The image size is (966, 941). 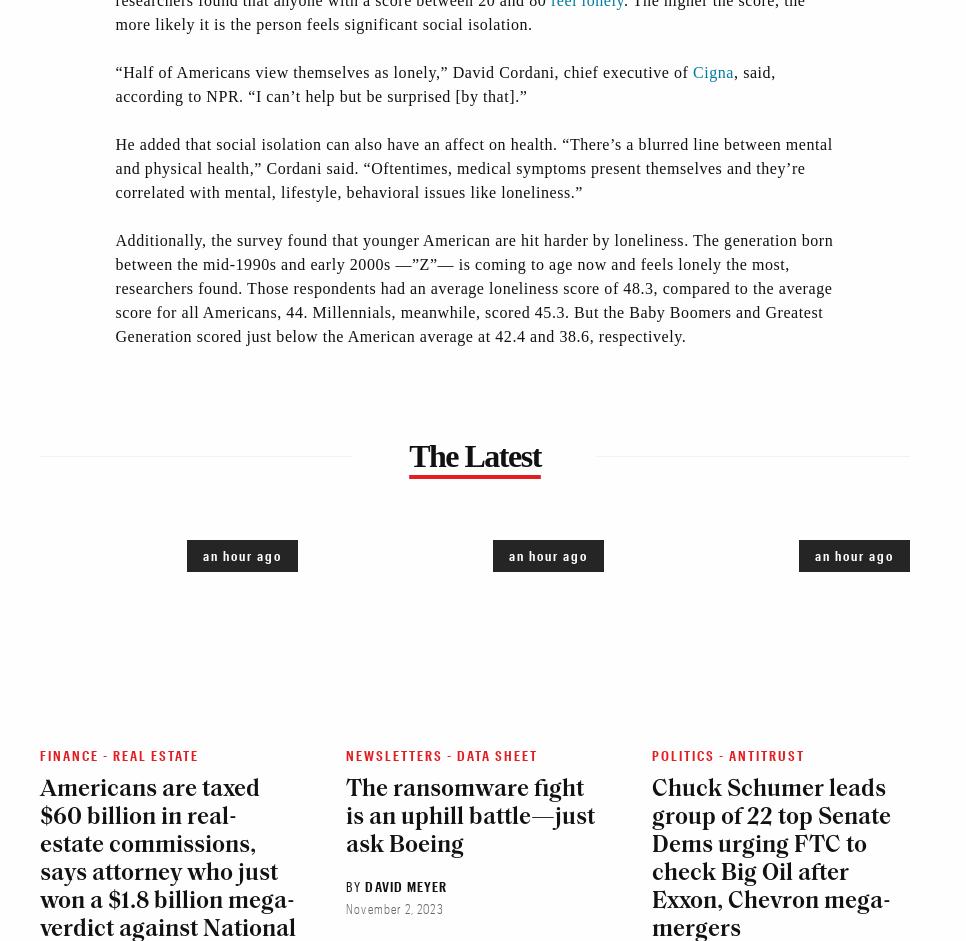 What do you see at coordinates (83, 439) in the screenshot?
I see `'Customer Support'` at bounding box center [83, 439].